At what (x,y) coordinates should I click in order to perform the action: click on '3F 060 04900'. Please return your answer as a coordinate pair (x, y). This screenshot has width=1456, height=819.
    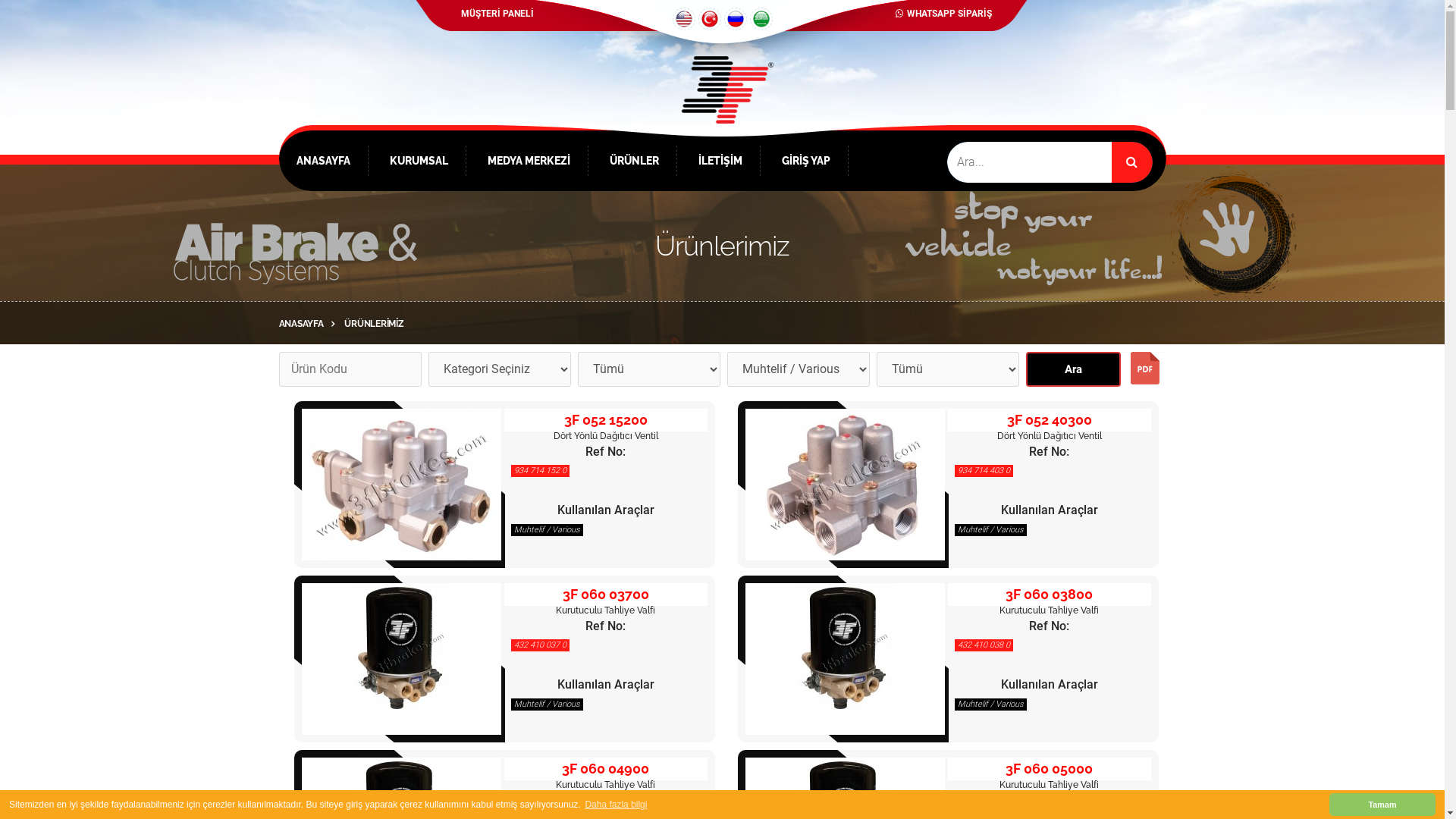
    Looking at the image, I should click on (604, 769).